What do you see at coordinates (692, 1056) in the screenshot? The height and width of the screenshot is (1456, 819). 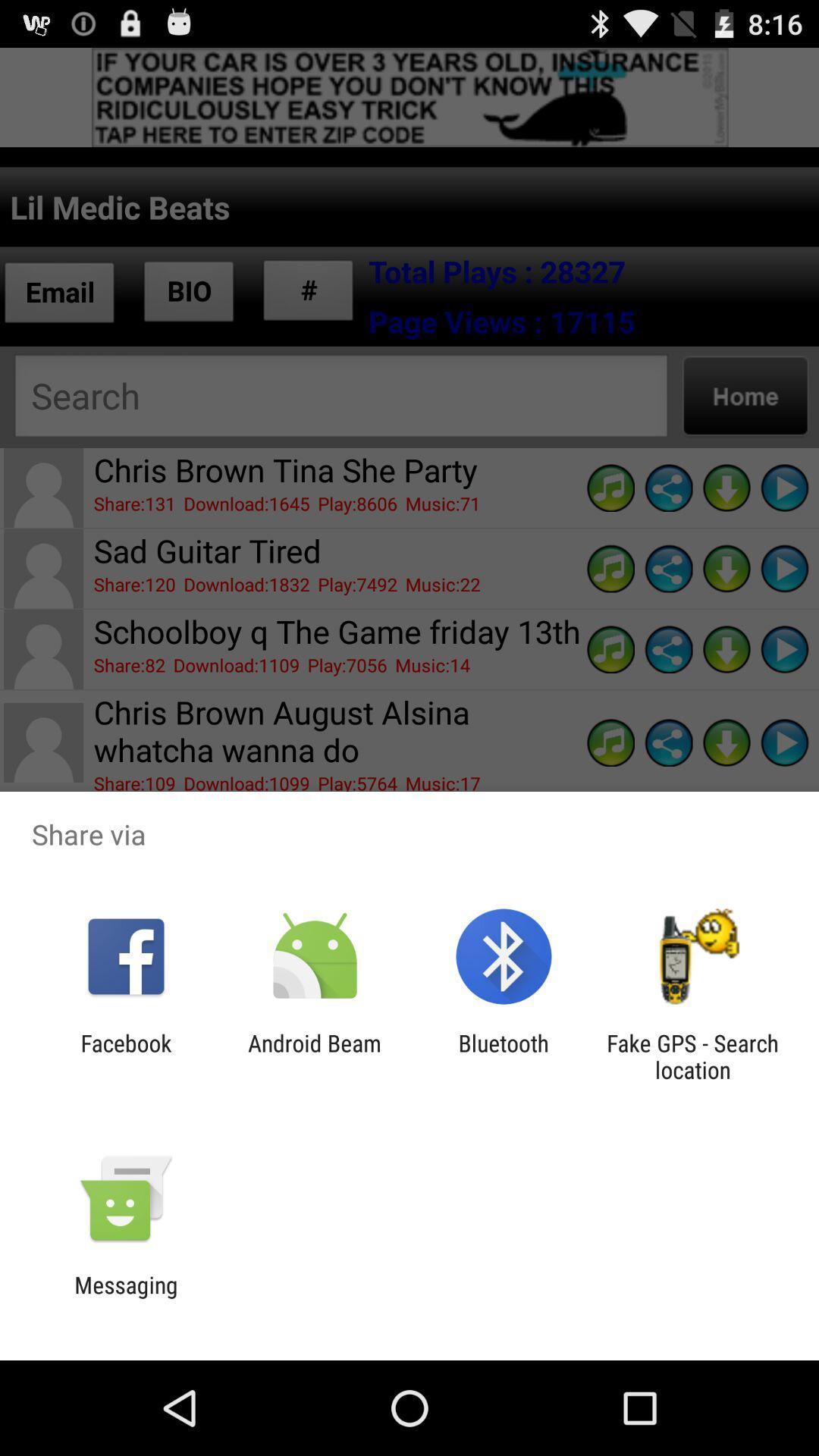 I see `the fake gps search icon` at bounding box center [692, 1056].